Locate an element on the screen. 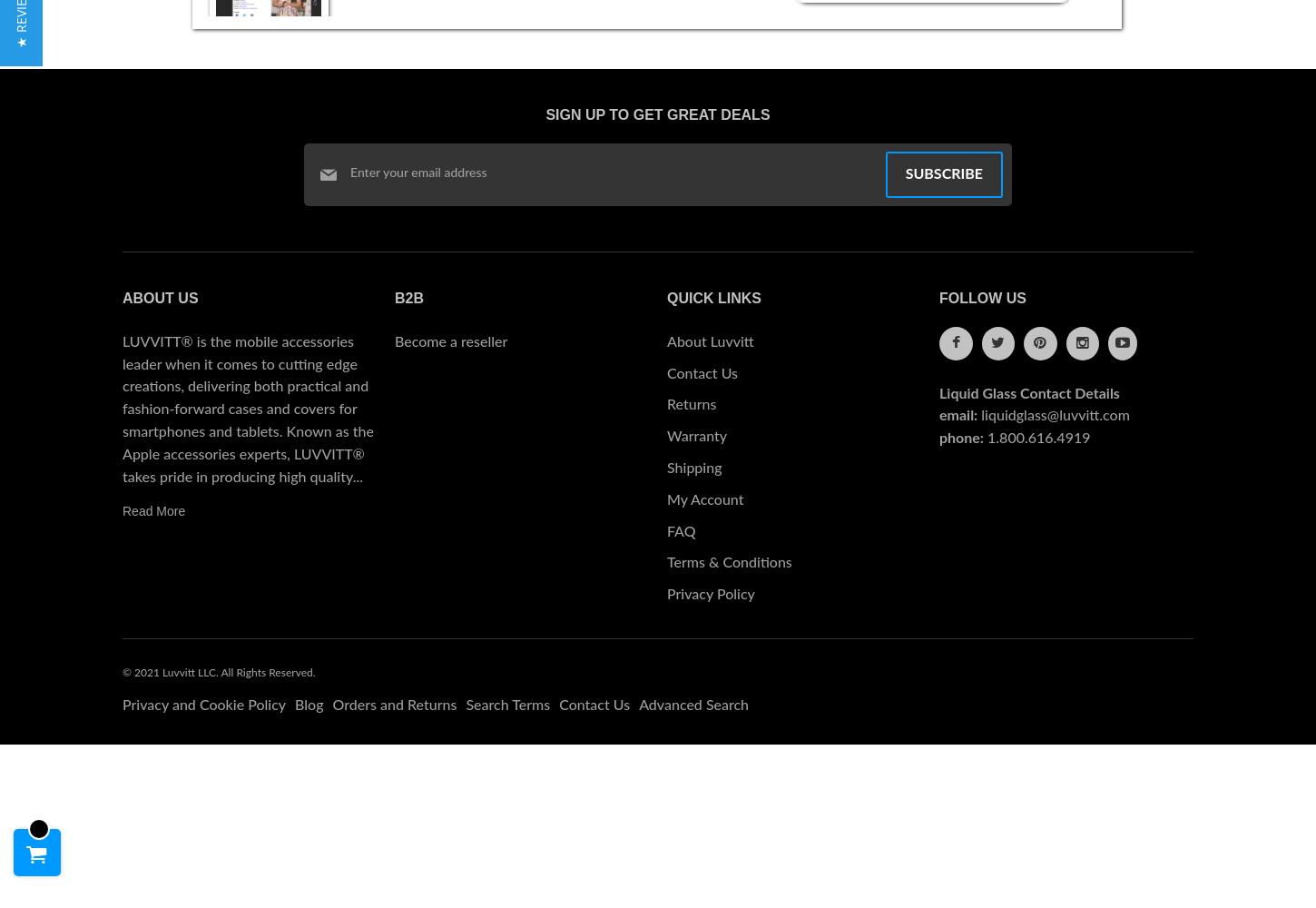 Image resolution: width=1316 pixels, height=908 pixels. 'About Luvvitt' is located at coordinates (710, 341).